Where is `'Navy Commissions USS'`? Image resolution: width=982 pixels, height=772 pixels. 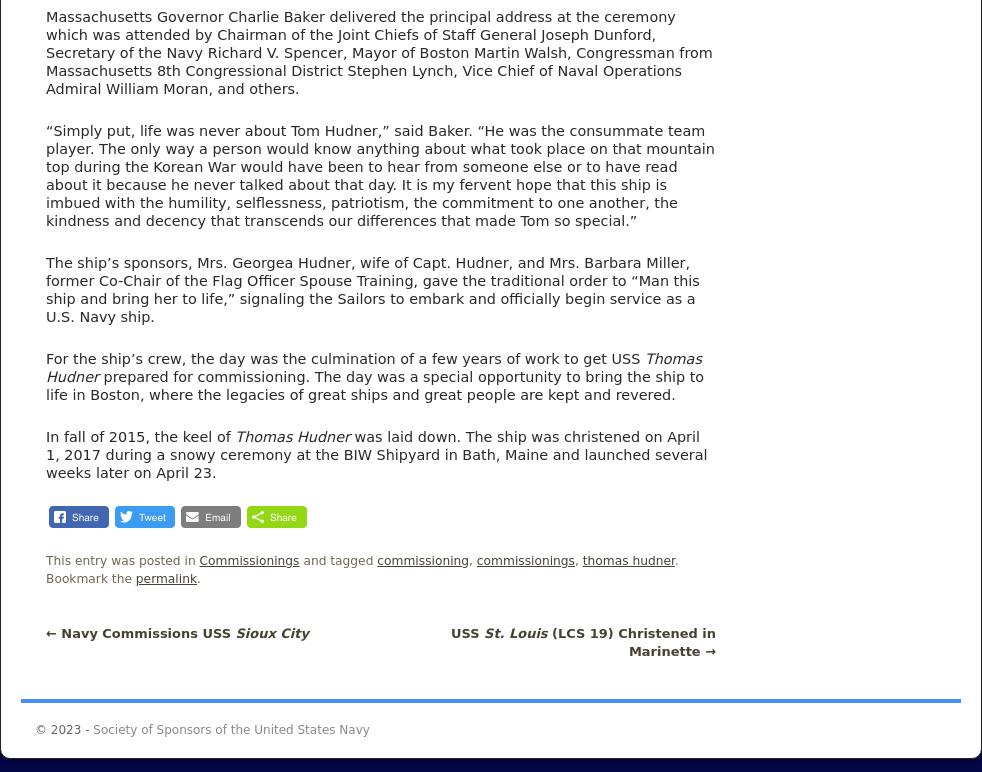 'Navy Commissions USS' is located at coordinates (144, 631).